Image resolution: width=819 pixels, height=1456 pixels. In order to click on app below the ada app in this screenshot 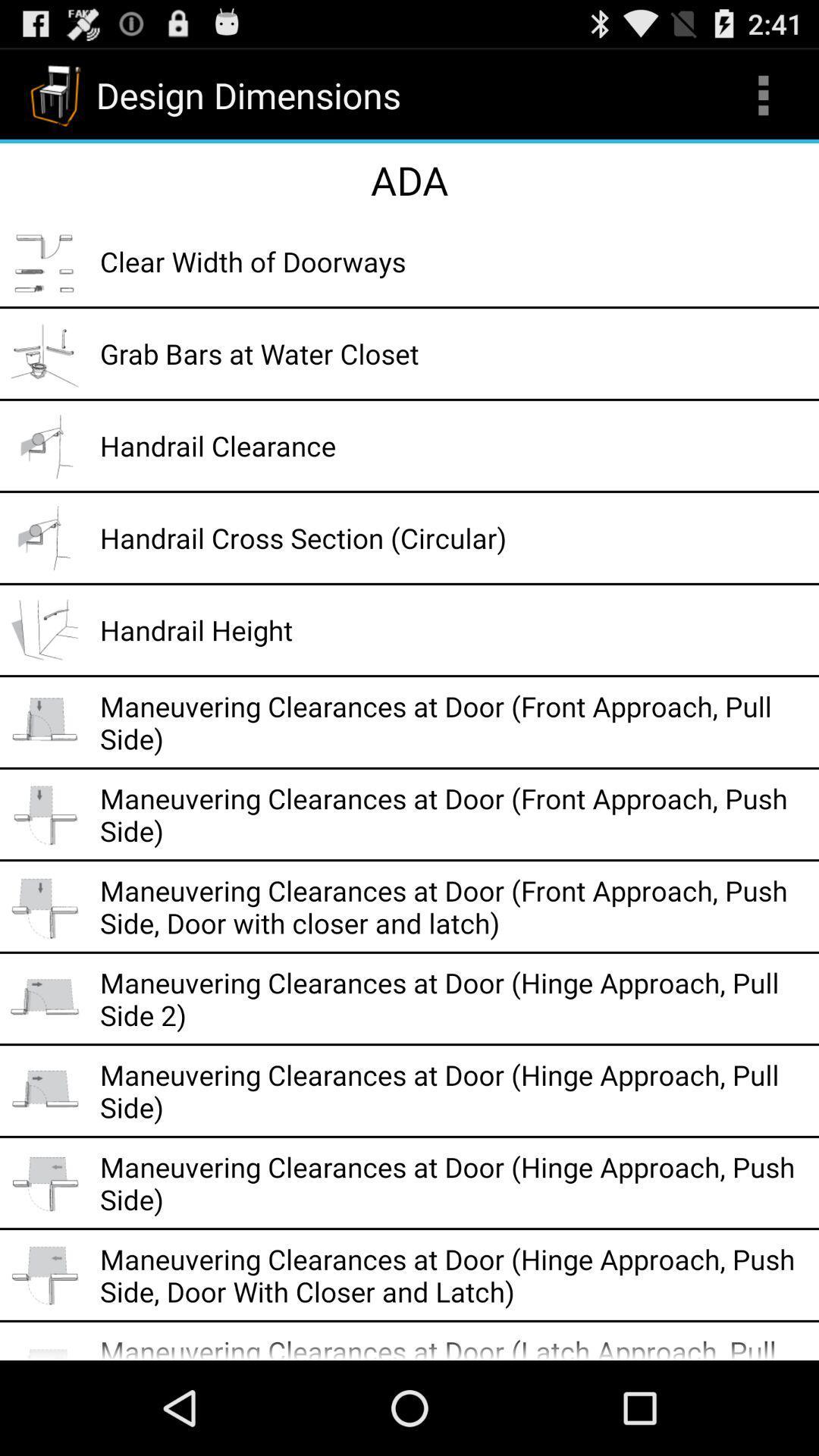, I will do `click(453, 262)`.